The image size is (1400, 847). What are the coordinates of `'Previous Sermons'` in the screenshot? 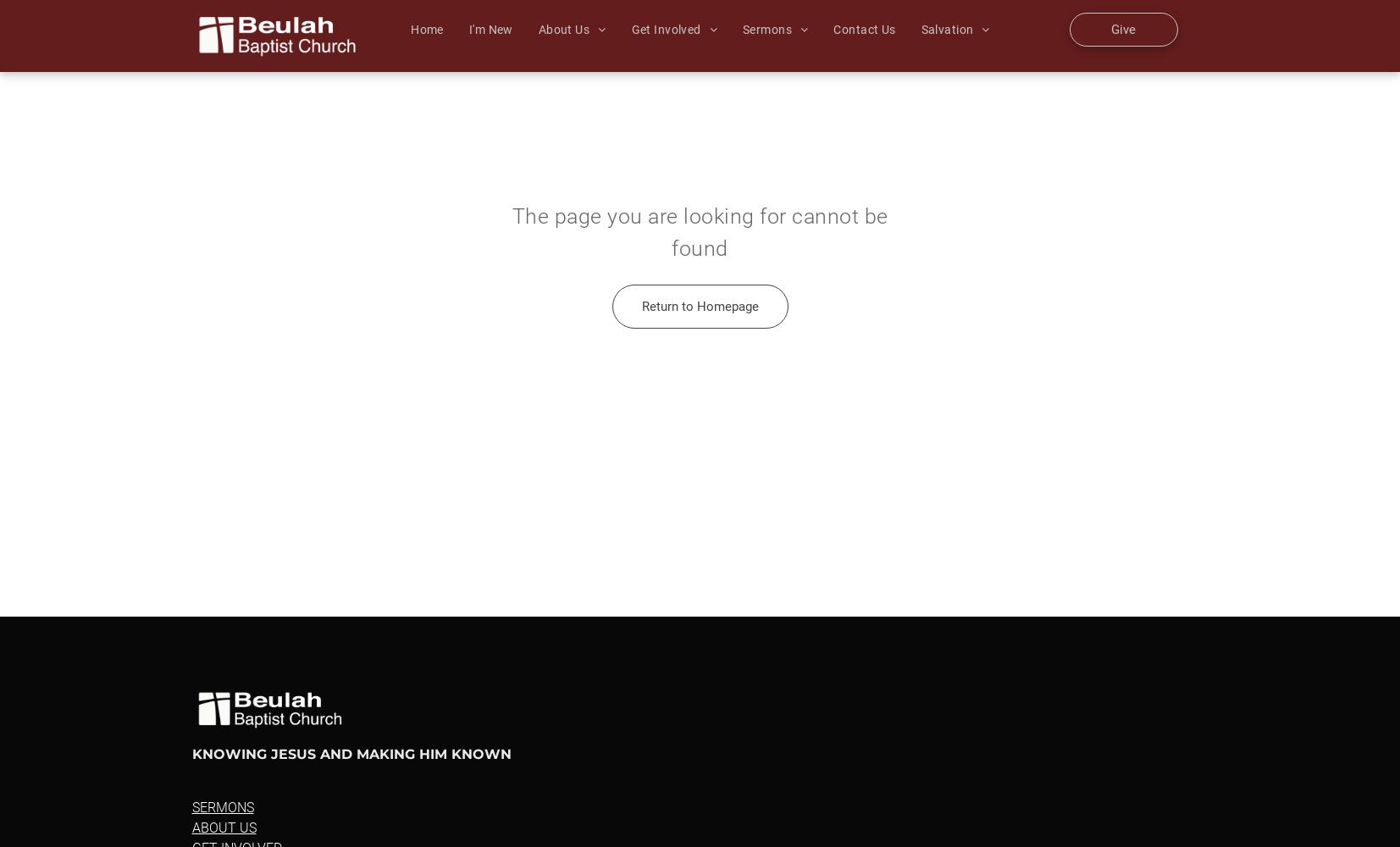 It's located at (810, 52).